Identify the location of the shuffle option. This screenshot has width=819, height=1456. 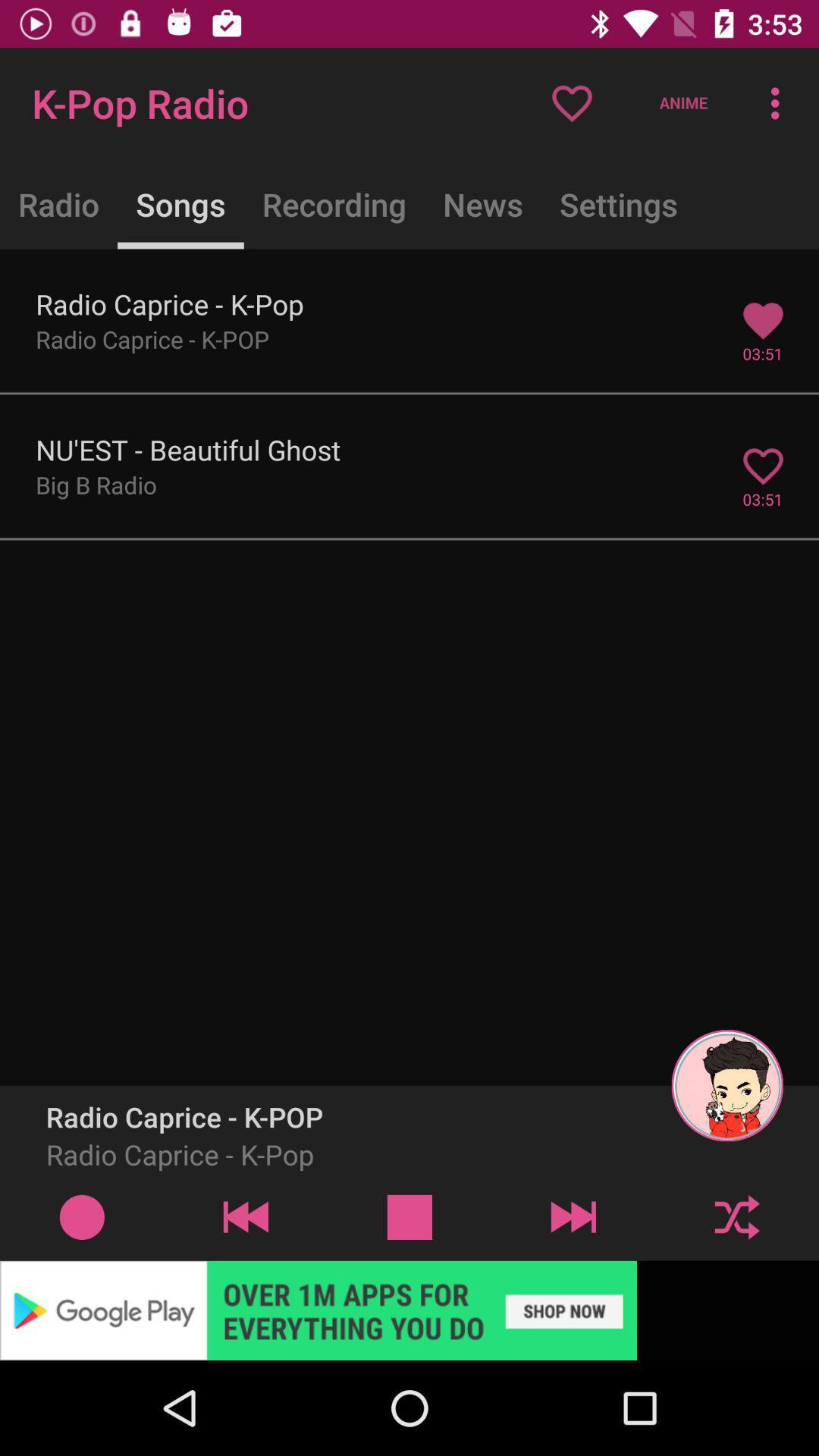
(736, 1216).